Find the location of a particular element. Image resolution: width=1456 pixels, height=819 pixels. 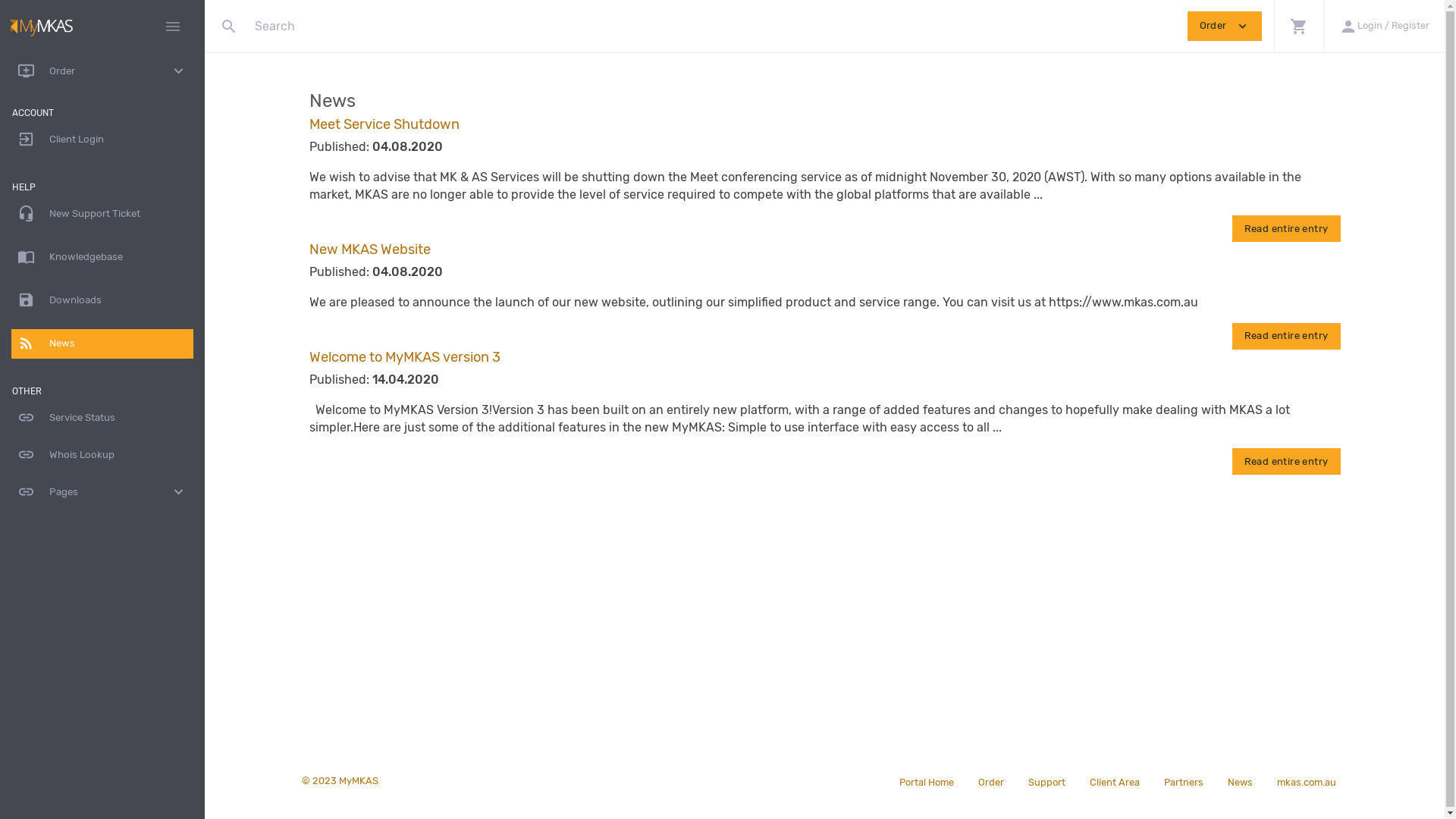

'exit_to_app Client Login' is located at coordinates (101, 140).